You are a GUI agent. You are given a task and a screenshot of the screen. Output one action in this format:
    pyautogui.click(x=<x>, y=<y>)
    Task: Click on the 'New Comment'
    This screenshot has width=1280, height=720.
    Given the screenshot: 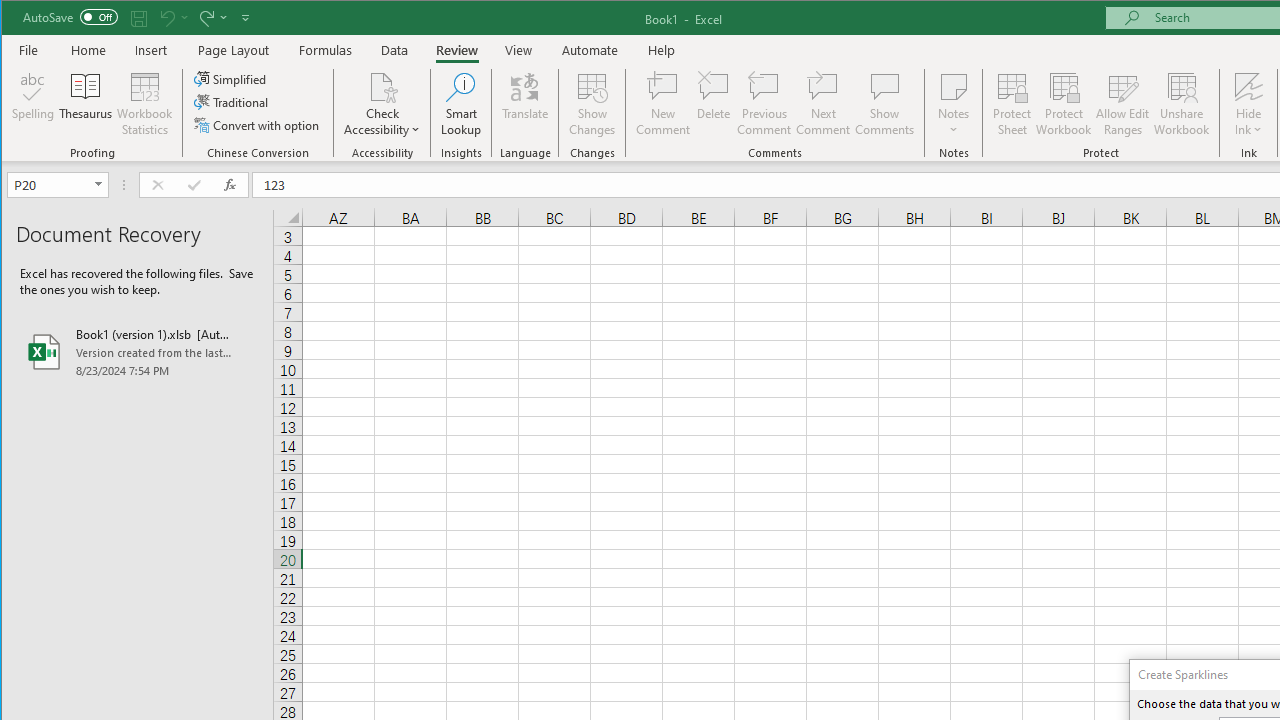 What is the action you would take?
    pyautogui.click(x=663, y=104)
    